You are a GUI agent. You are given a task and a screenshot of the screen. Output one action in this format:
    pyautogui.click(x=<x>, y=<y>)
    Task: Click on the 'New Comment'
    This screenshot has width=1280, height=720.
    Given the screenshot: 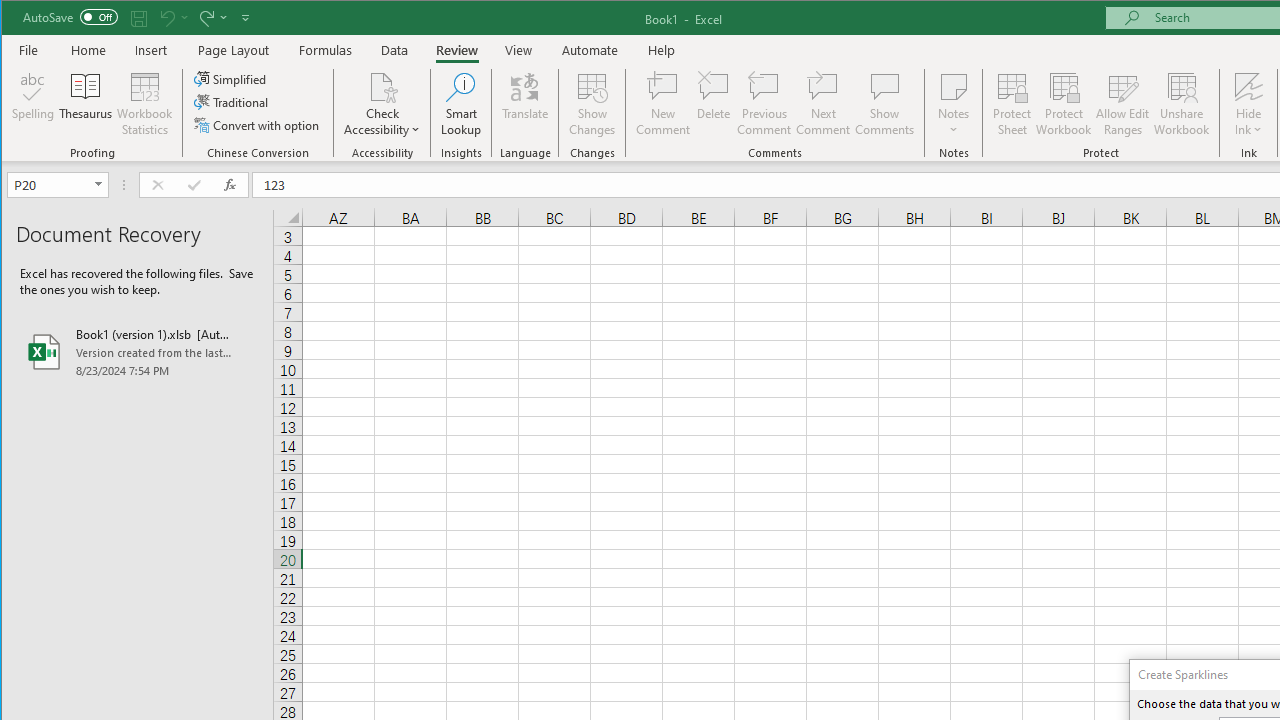 What is the action you would take?
    pyautogui.click(x=663, y=104)
    